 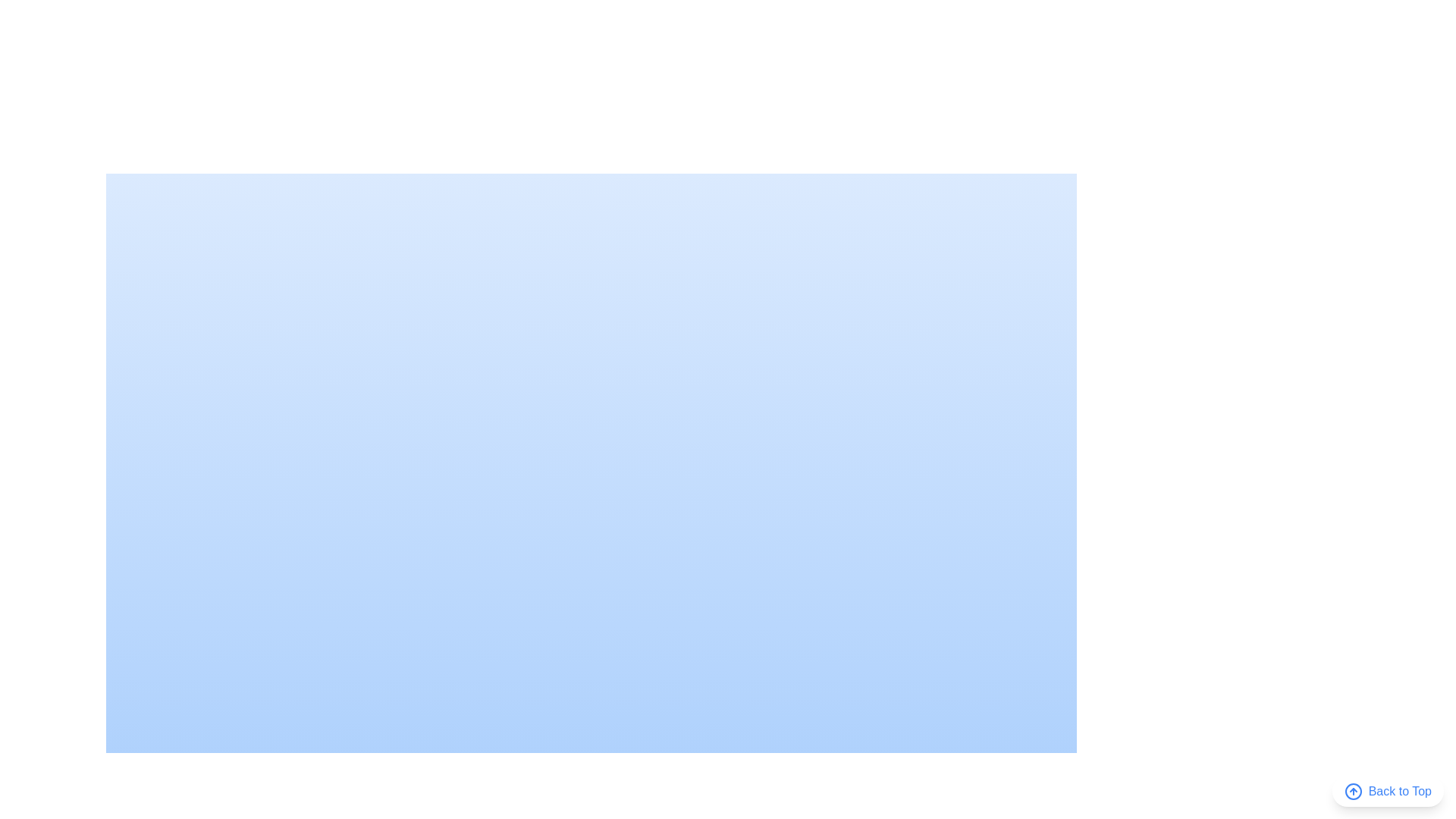 I want to click on the circular blue icon with an upward-pointing arrow, so click(x=1353, y=791).